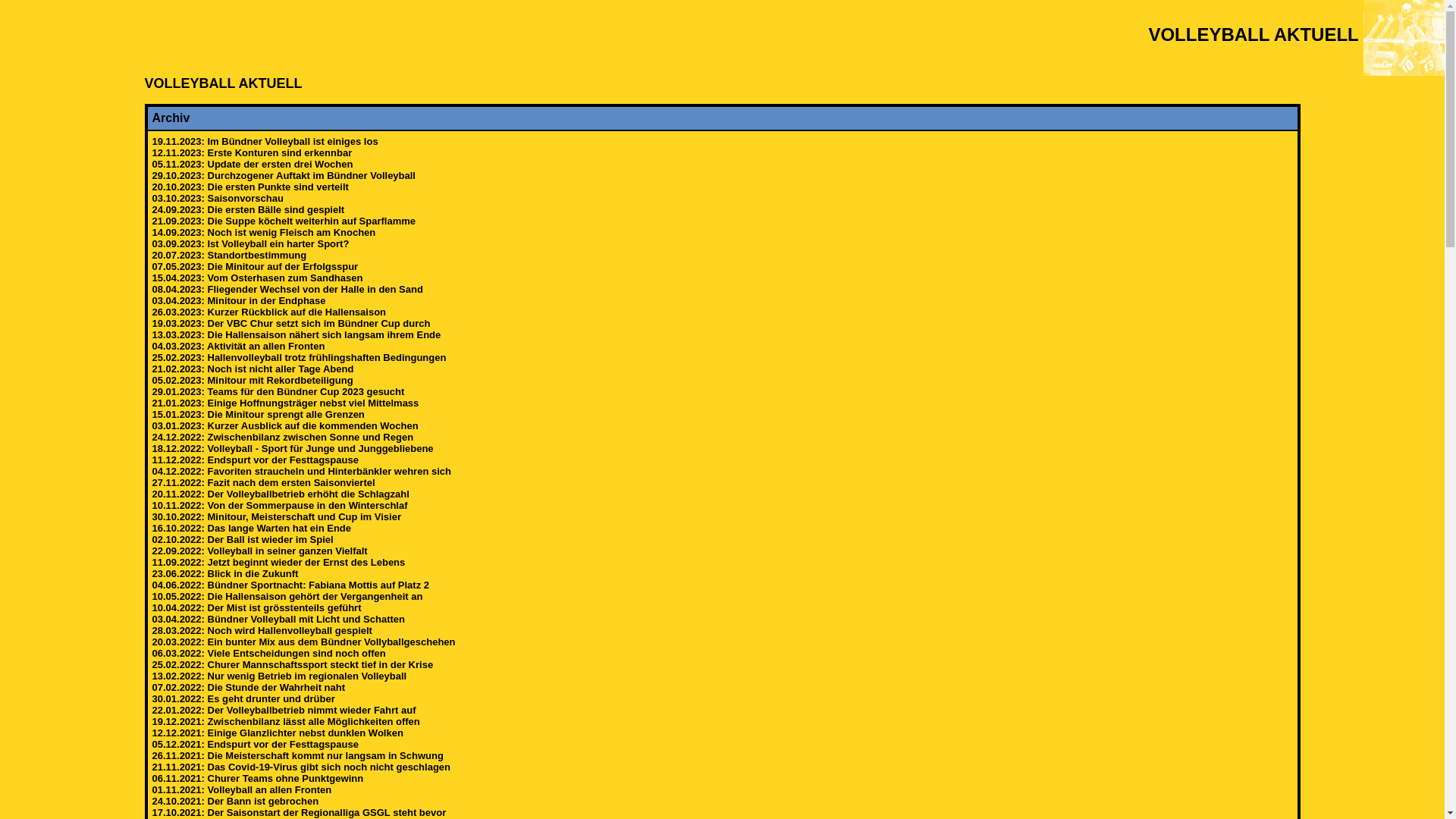 The height and width of the screenshot is (819, 1456). Describe the element at coordinates (252, 379) in the screenshot. I see `'05.02.2023: Minitour mit Rekordbeteiligung'` at that location.